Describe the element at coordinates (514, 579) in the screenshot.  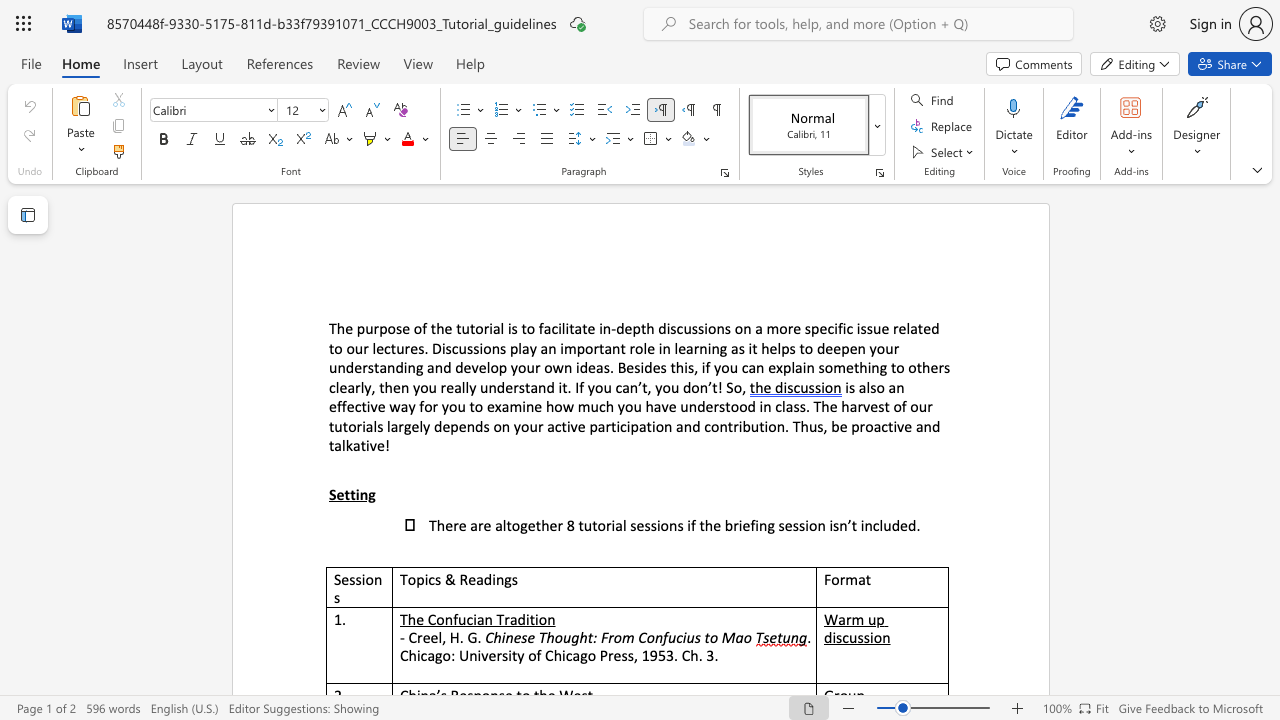
I see `the 2th character "s" in the text` at that location.